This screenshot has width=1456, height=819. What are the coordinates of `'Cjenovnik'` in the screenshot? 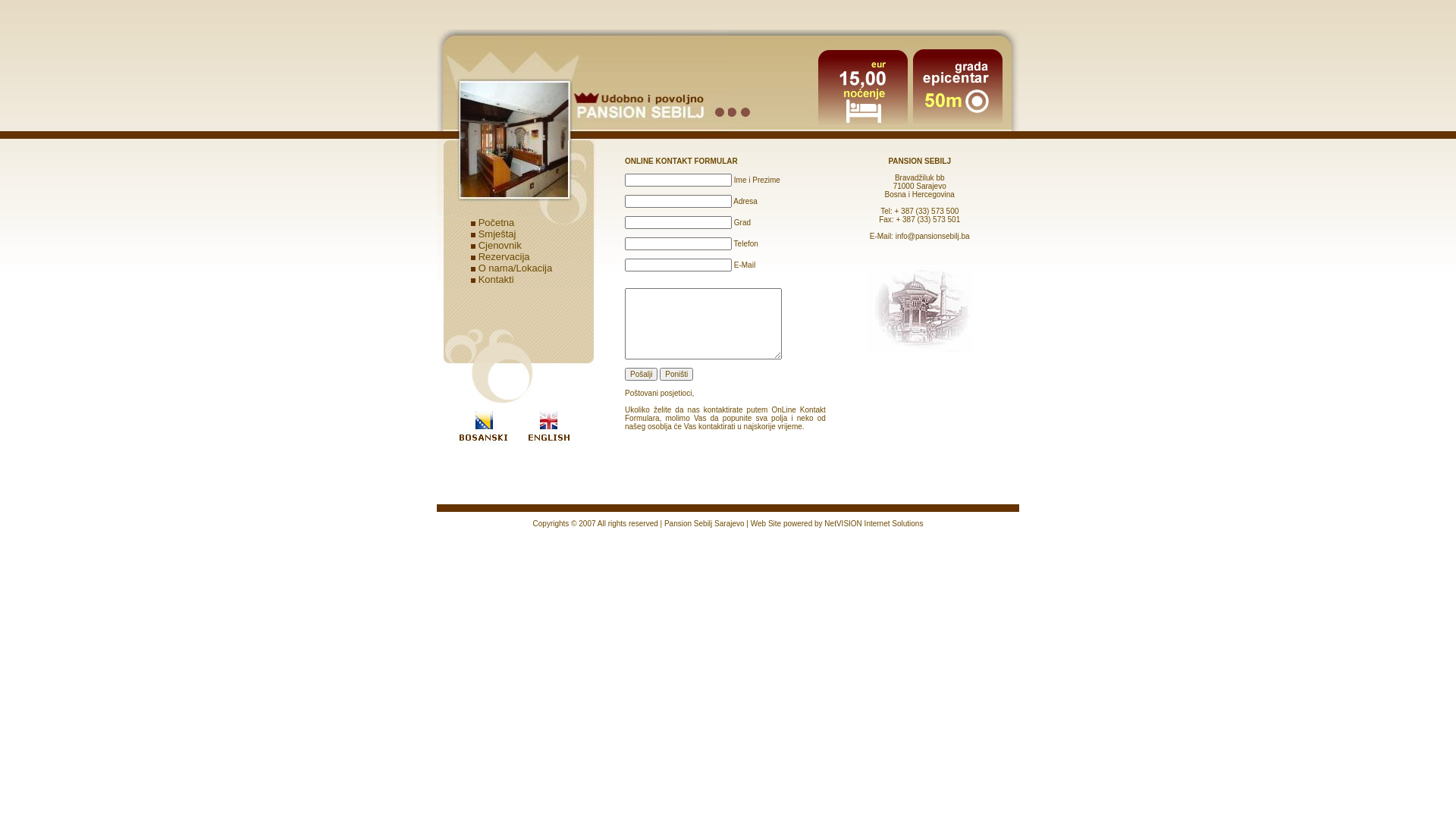 It's located at (500, 244).